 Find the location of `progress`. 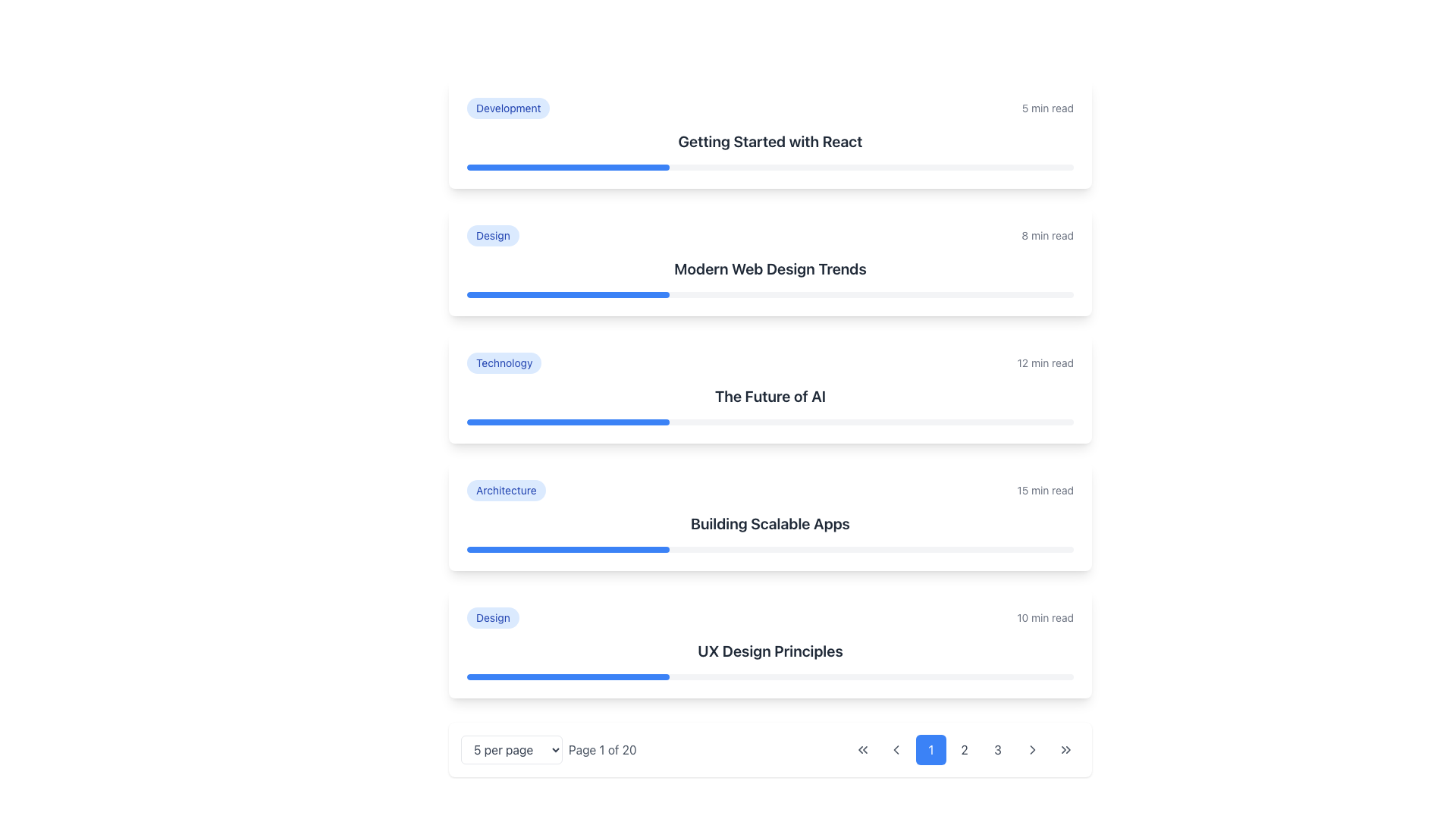

progress is located at coordinates (952, 295).